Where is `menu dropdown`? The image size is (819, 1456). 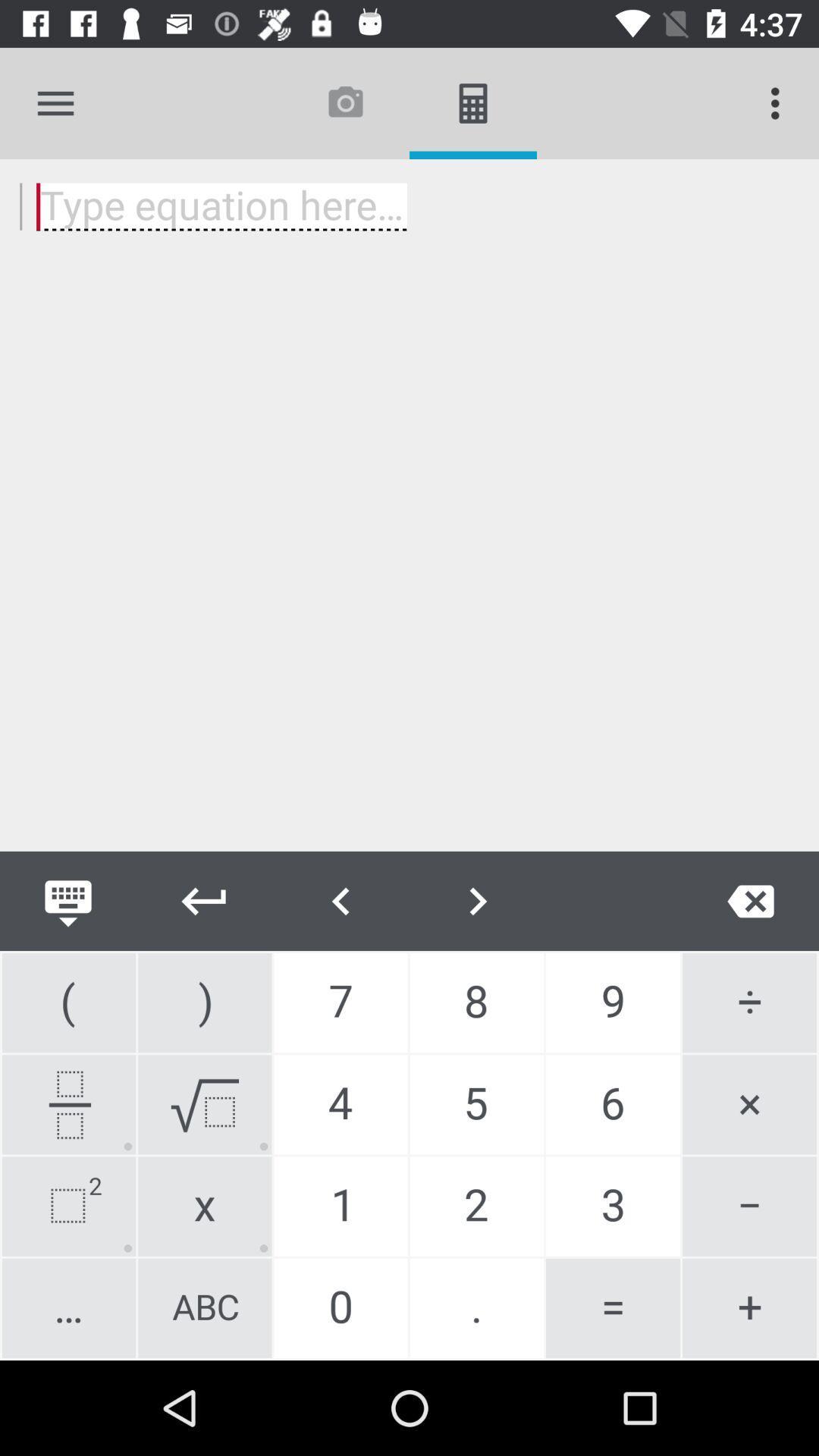
menu dropdown is located at coordinates (55, 102).